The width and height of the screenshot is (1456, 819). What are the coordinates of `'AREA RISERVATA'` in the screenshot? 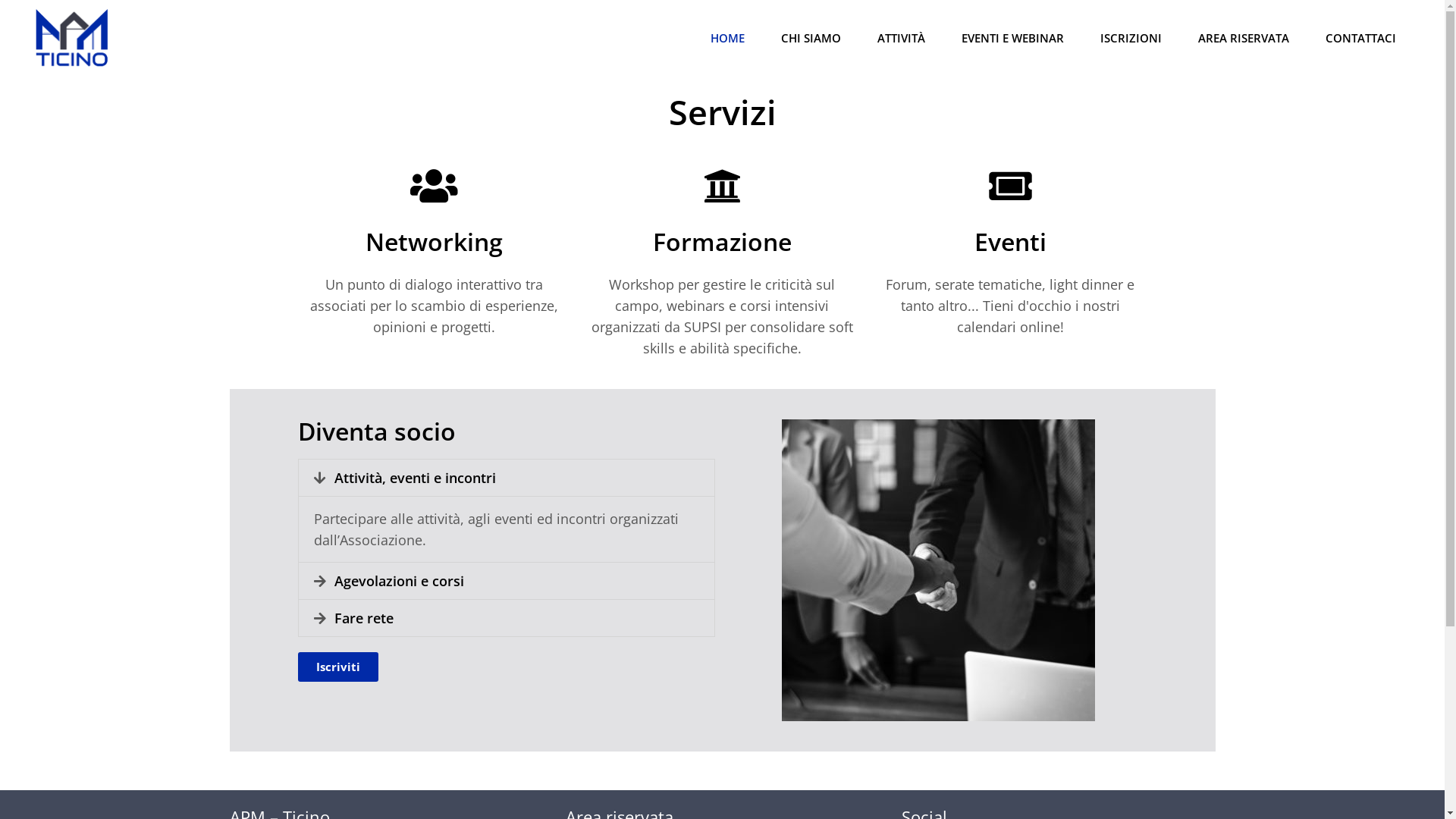 It's located at (1244, 37).